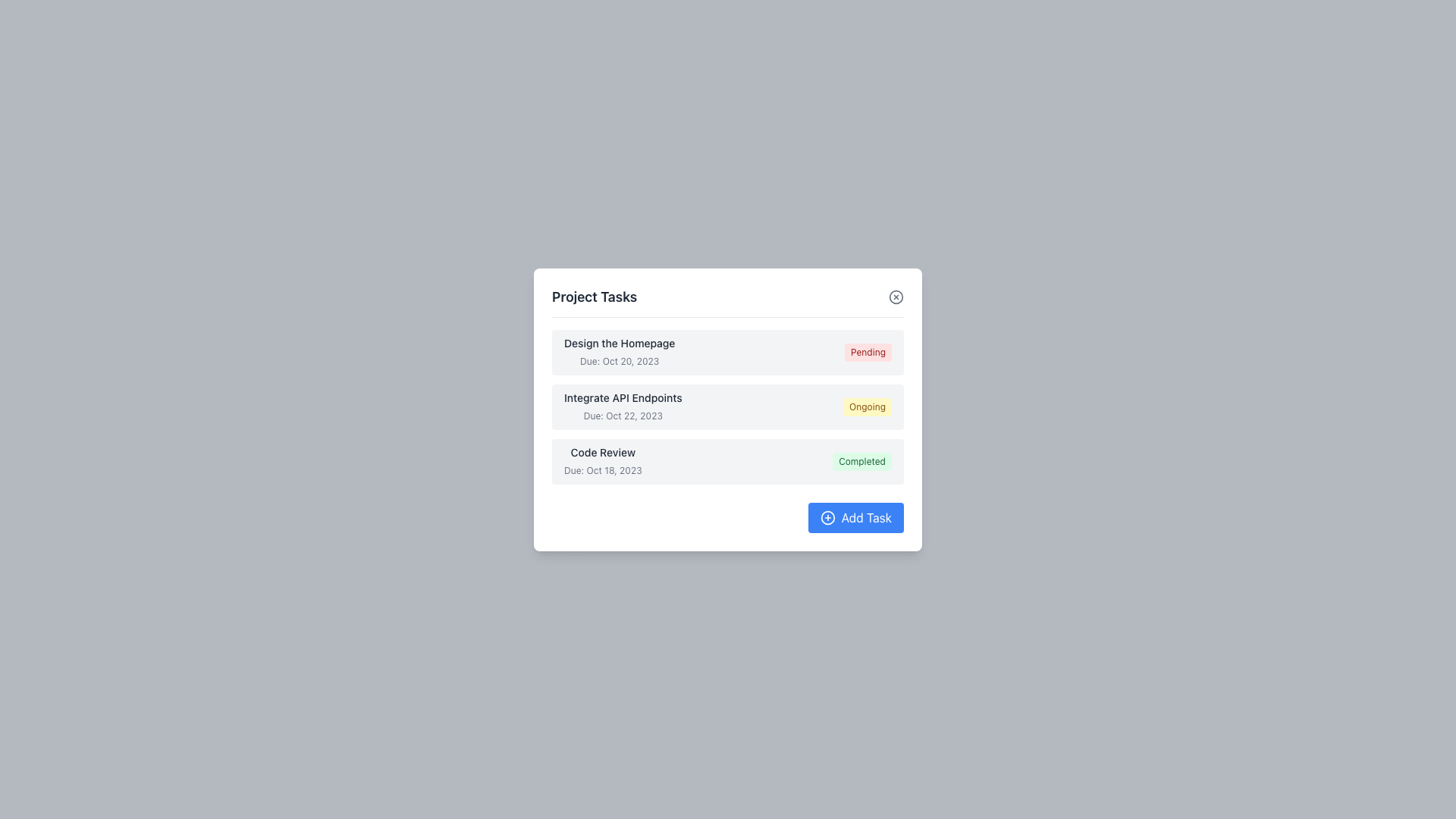 This screenshot has width=1456, height=819. I want to click on the 'Ongoing' status badge located in the lower-right corner of the task details row for the task titled 'Integrate API Endpoints', so click(867, 406).